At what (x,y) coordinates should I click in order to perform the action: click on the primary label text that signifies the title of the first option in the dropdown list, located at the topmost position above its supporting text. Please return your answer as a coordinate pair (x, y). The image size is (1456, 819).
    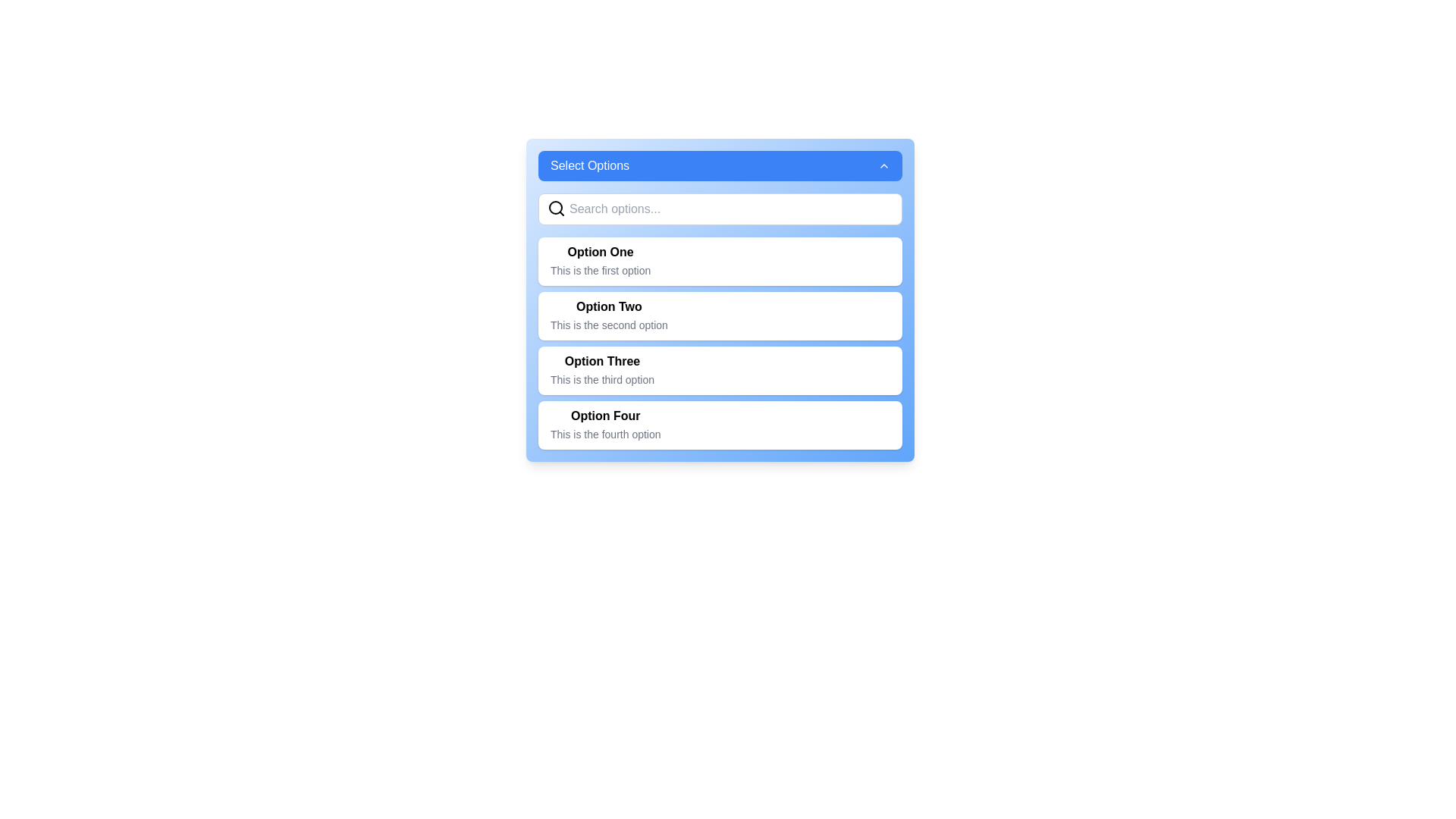
    Looking at the image, I should click on (600, 251).